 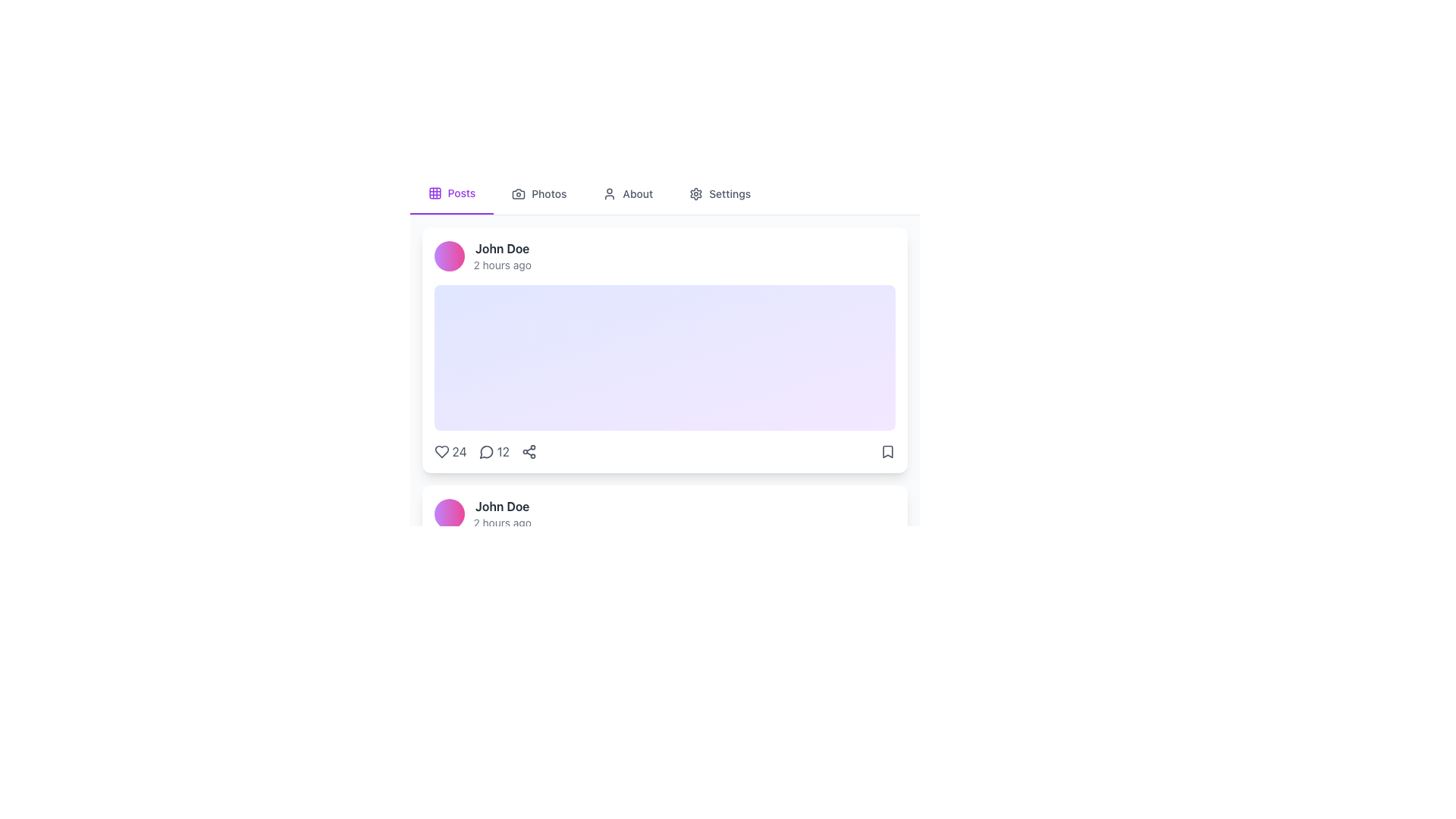 I want to click on the hollow heart icon with a gray outline, located in the lower-left section of a post, near metrics such as like counts, so click(x=441, y=451).